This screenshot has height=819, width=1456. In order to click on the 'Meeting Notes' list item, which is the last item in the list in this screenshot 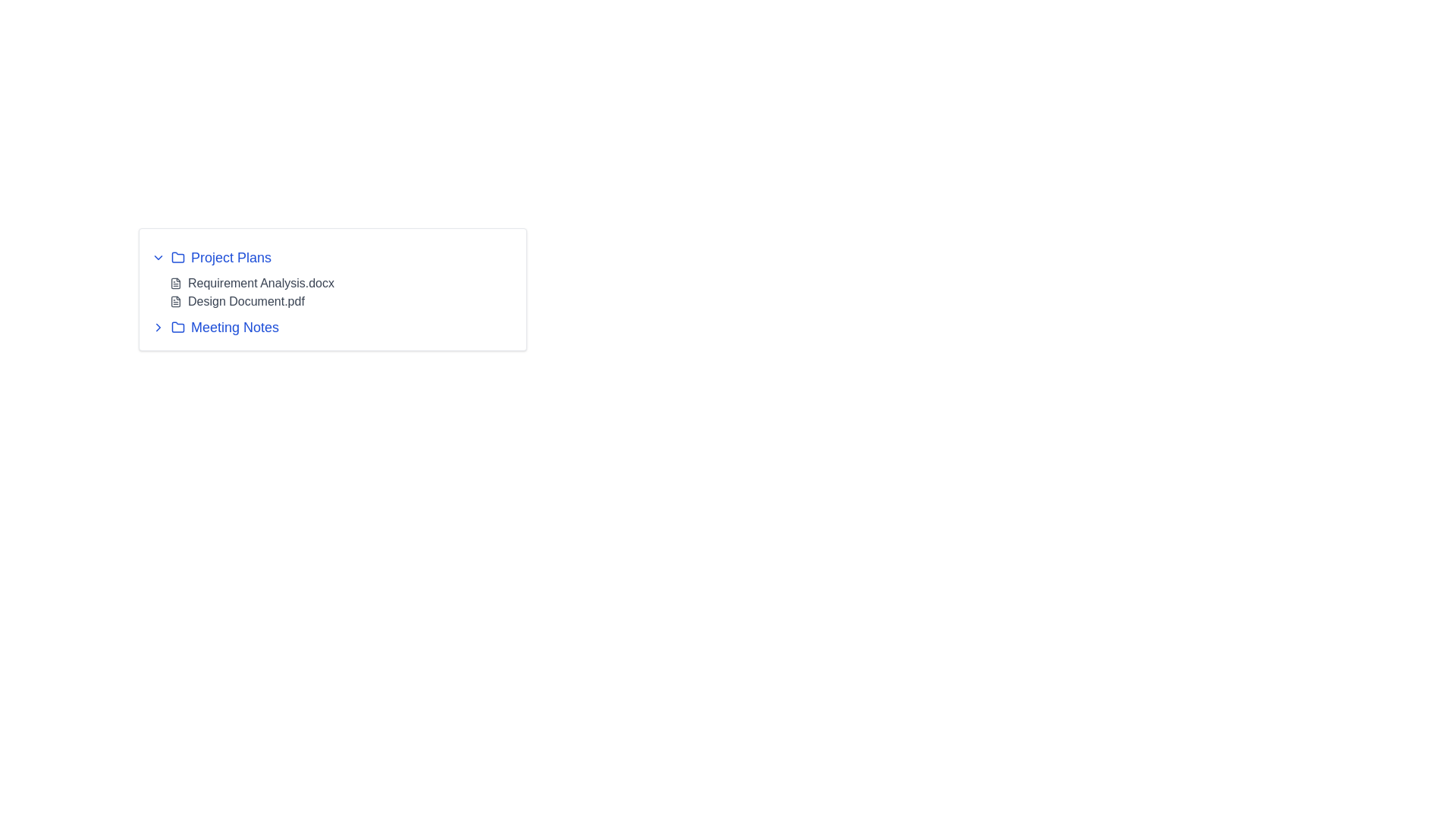, I will do `click(331, 327)`.